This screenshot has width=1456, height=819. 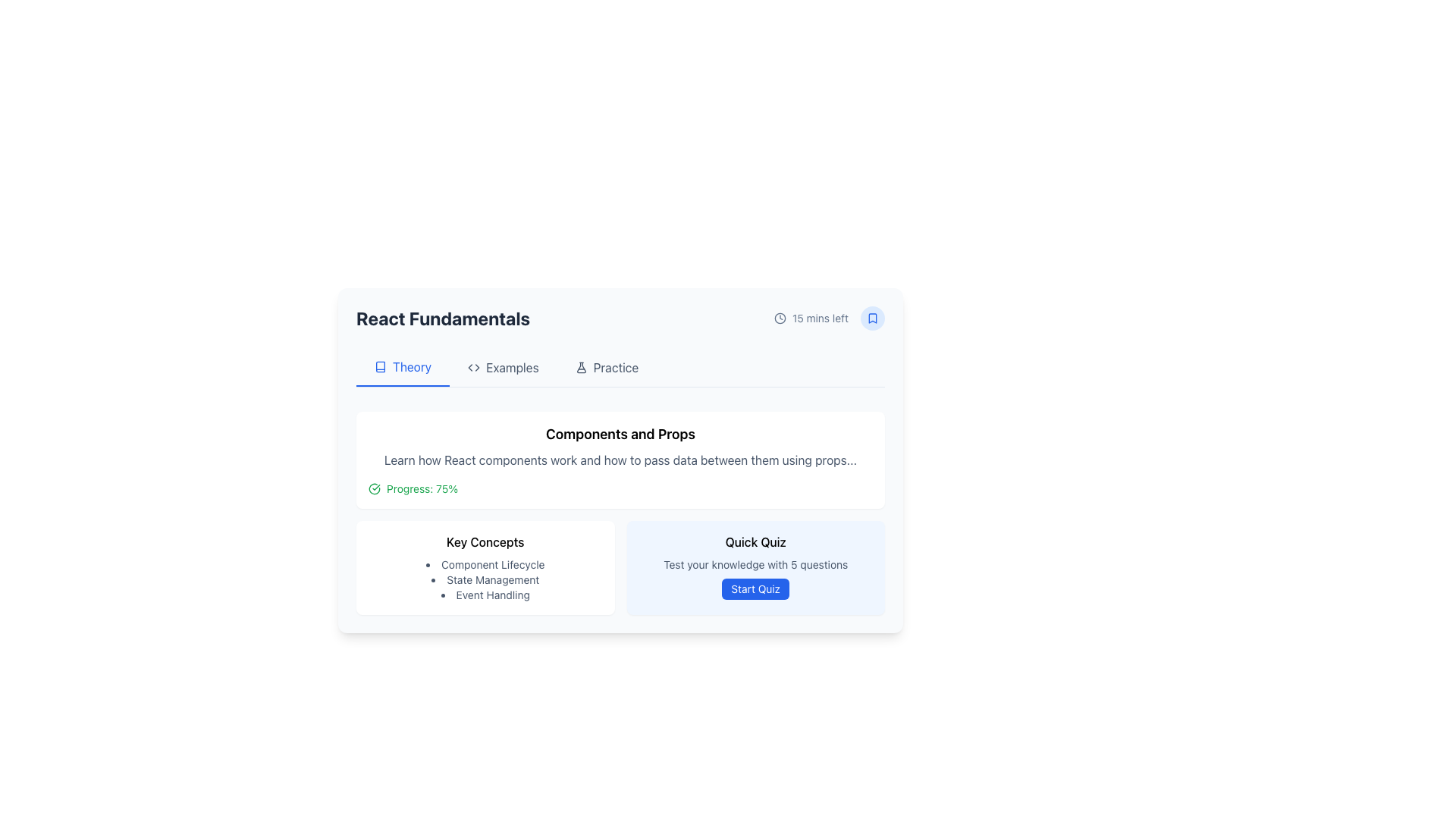 What do you see at coordinates (580, 368) in the screenshot?
I see `the icon located to the left of the 'Practice' text within the 'Practice' button, enhancing its recognizability` at bounding box center [580, 368].